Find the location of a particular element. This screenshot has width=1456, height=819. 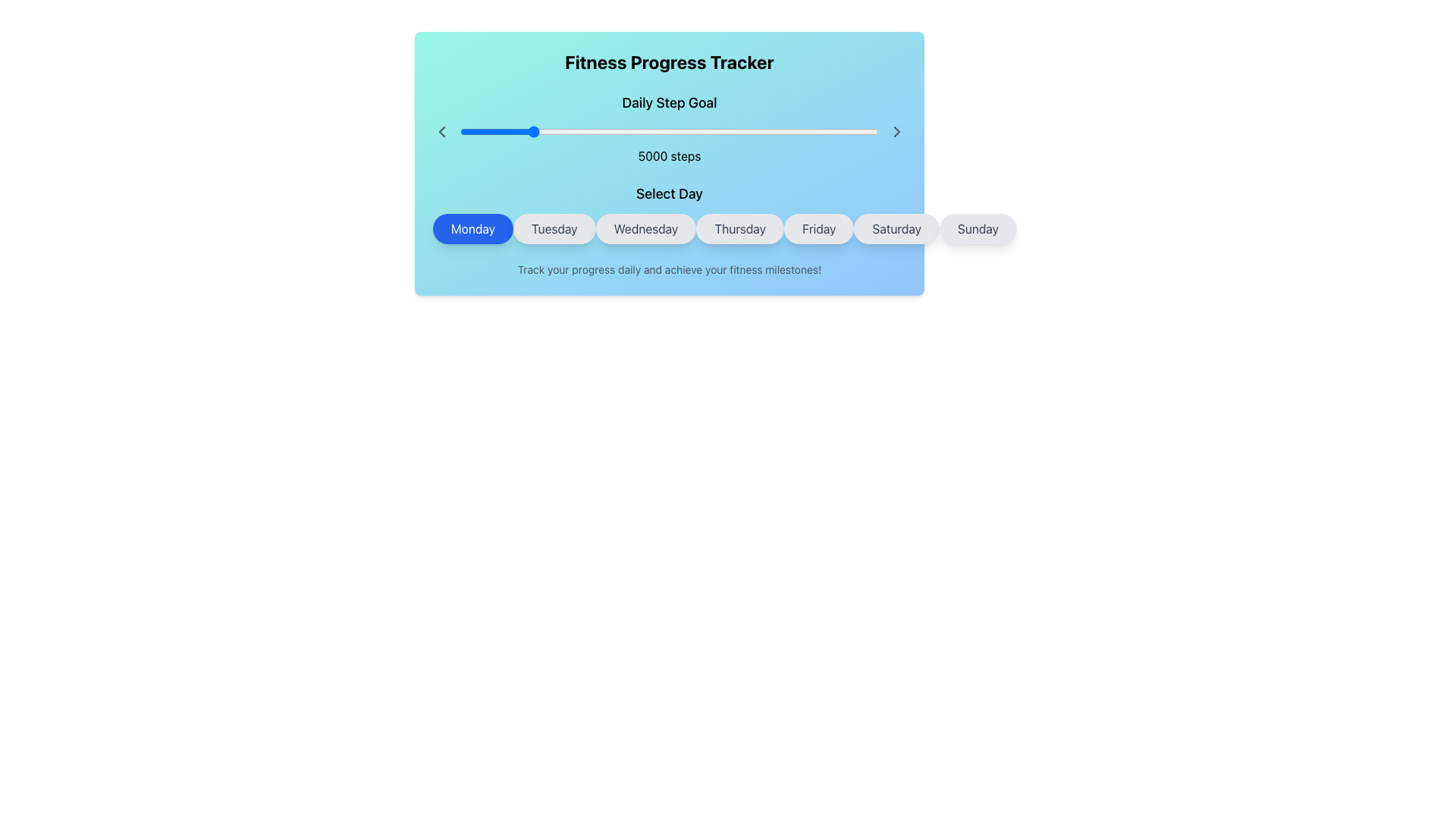

the 'Wednesday' button located below the 'Select Day' text to trigger a visual change is located at coordinates (669, 228).